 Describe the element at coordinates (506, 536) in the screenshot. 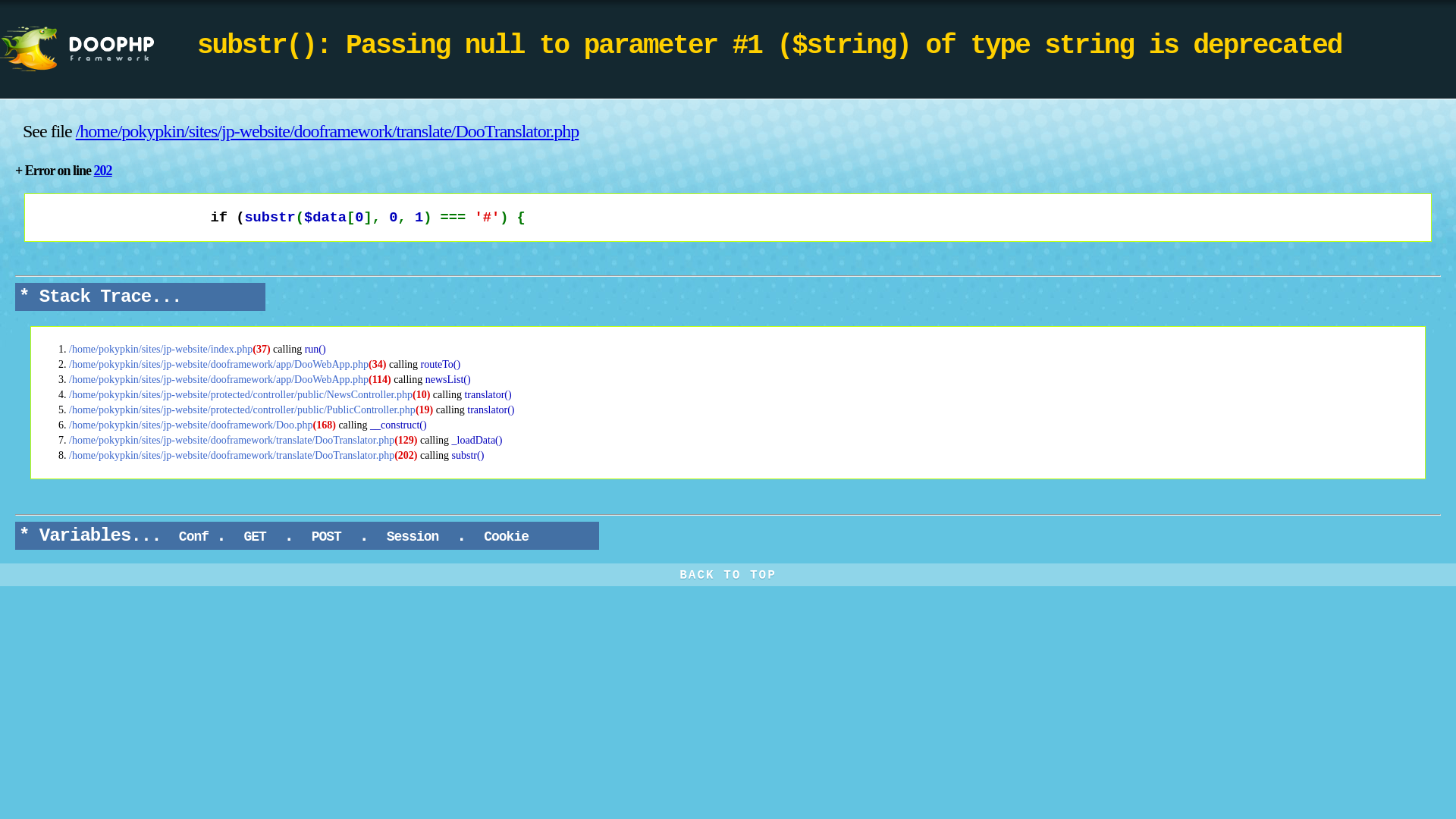

I see `' Cookie '` at that location.